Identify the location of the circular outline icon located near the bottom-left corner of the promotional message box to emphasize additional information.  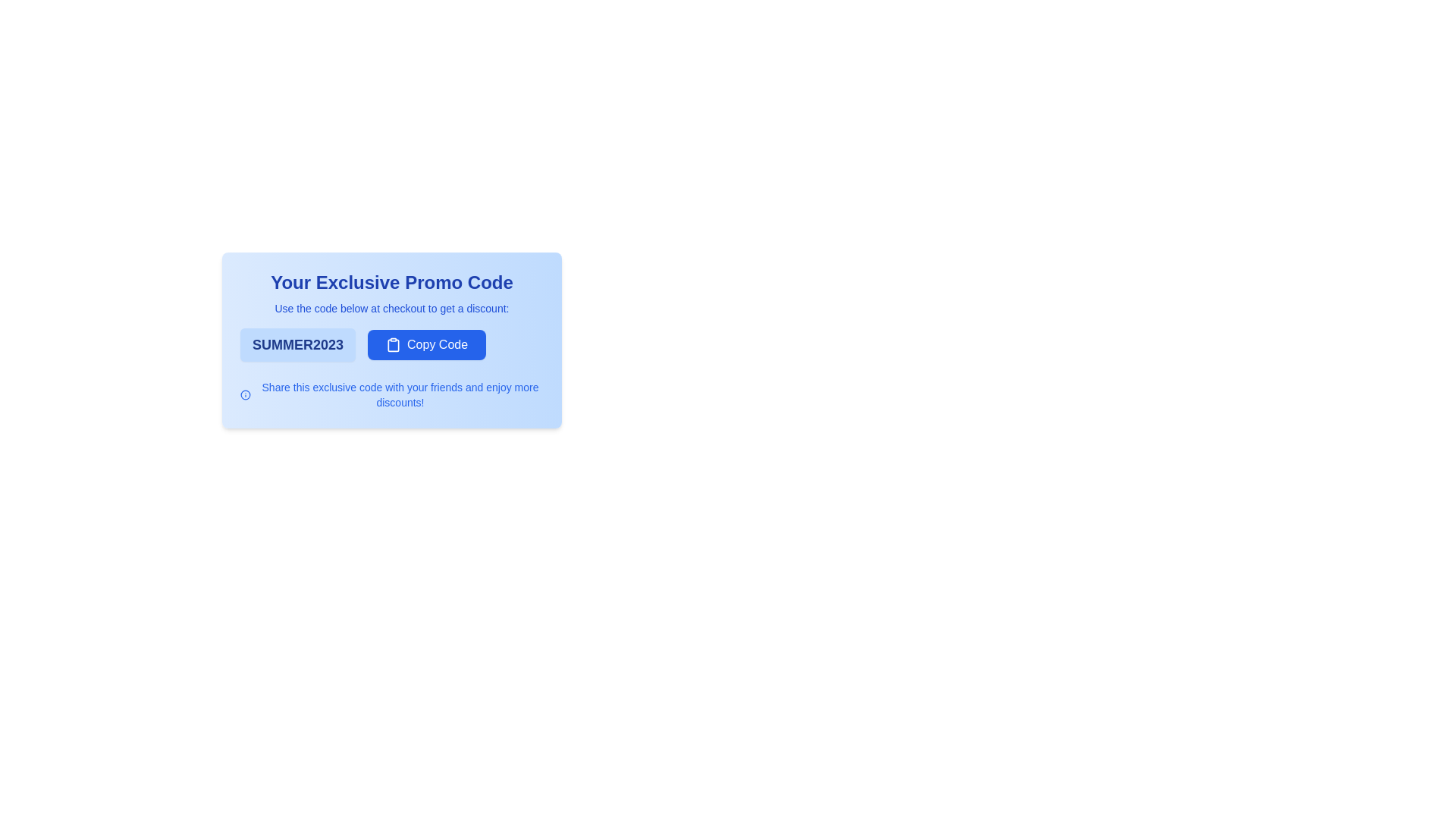
(246, 394).